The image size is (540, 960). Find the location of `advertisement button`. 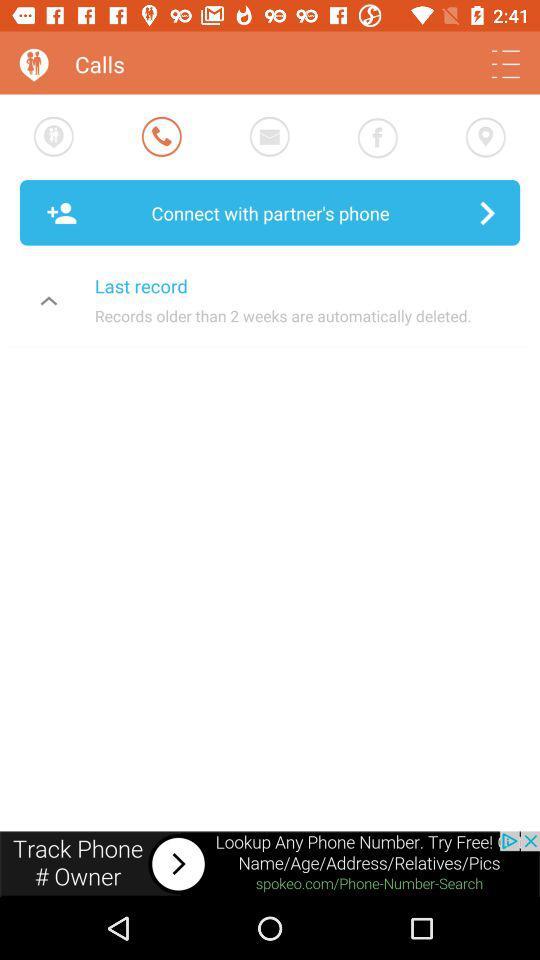

advertisement button is located at coordinates (270, 863).